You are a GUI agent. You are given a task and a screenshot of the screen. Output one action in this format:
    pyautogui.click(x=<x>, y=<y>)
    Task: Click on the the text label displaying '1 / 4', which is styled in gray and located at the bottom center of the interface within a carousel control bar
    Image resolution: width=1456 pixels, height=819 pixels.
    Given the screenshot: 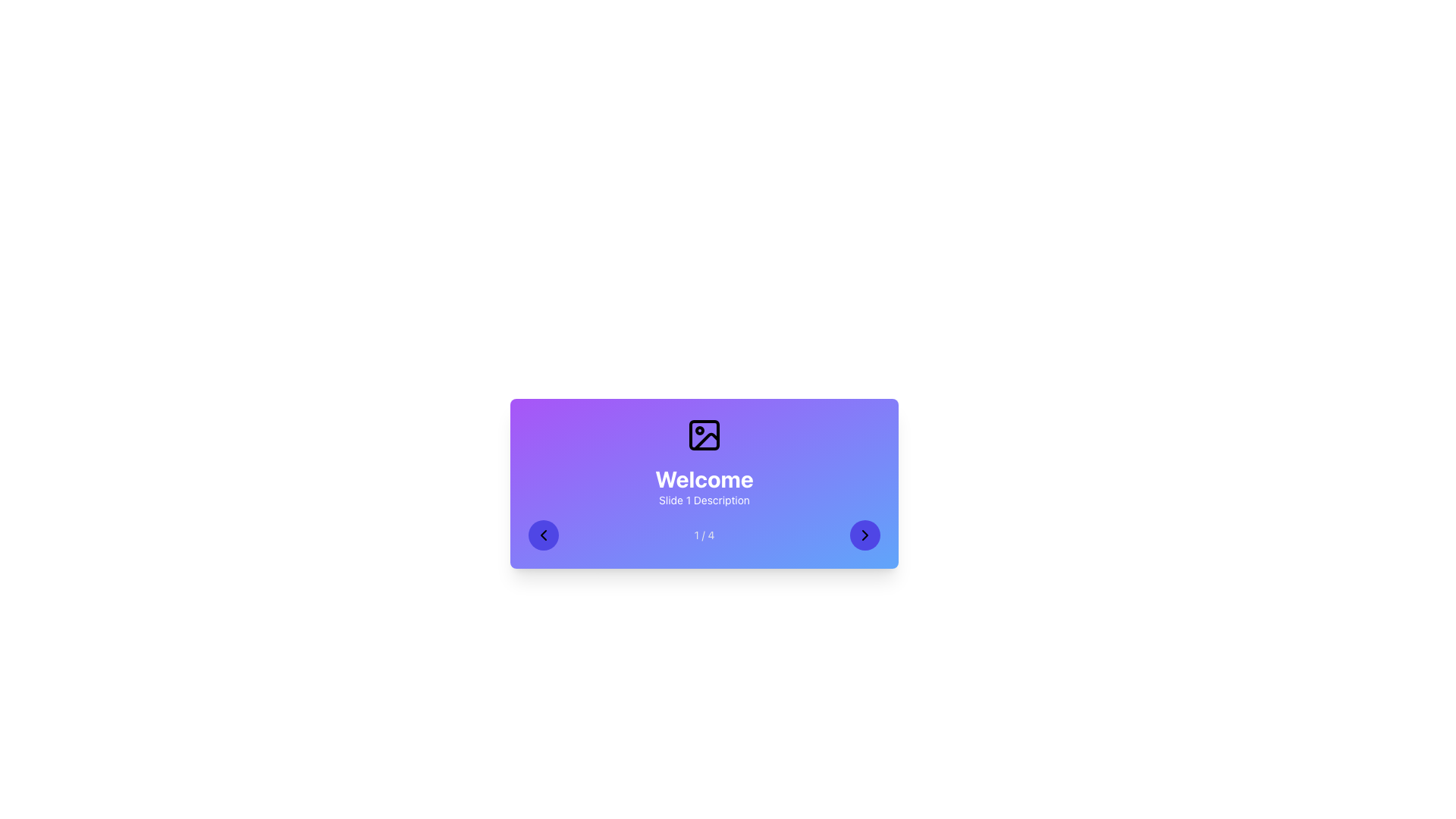 What is the action you would take?
    pyautogui.click(x=704, y=534)
    